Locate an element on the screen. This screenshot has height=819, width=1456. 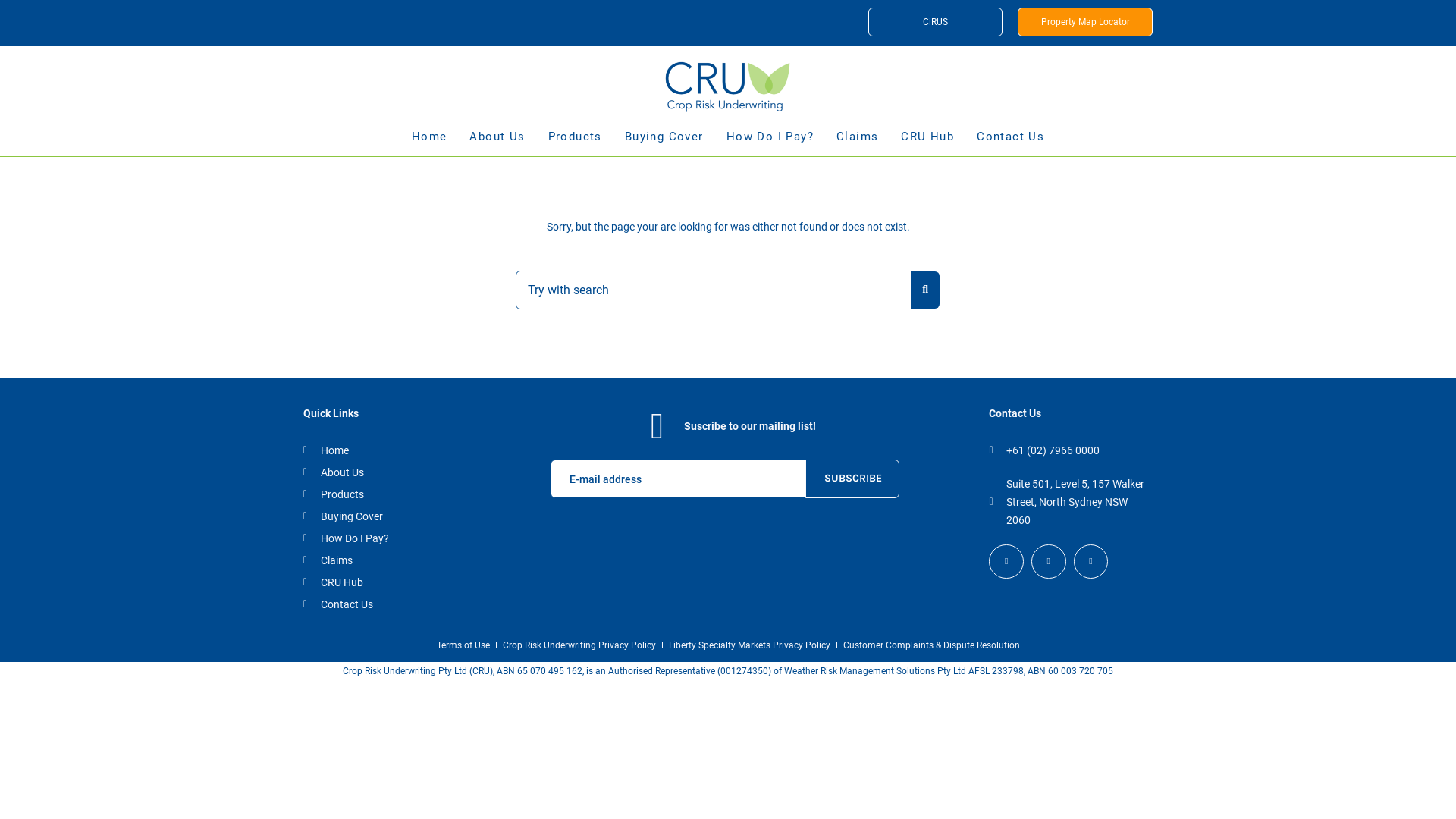
'About Us' is located at coordinates (303, 472).